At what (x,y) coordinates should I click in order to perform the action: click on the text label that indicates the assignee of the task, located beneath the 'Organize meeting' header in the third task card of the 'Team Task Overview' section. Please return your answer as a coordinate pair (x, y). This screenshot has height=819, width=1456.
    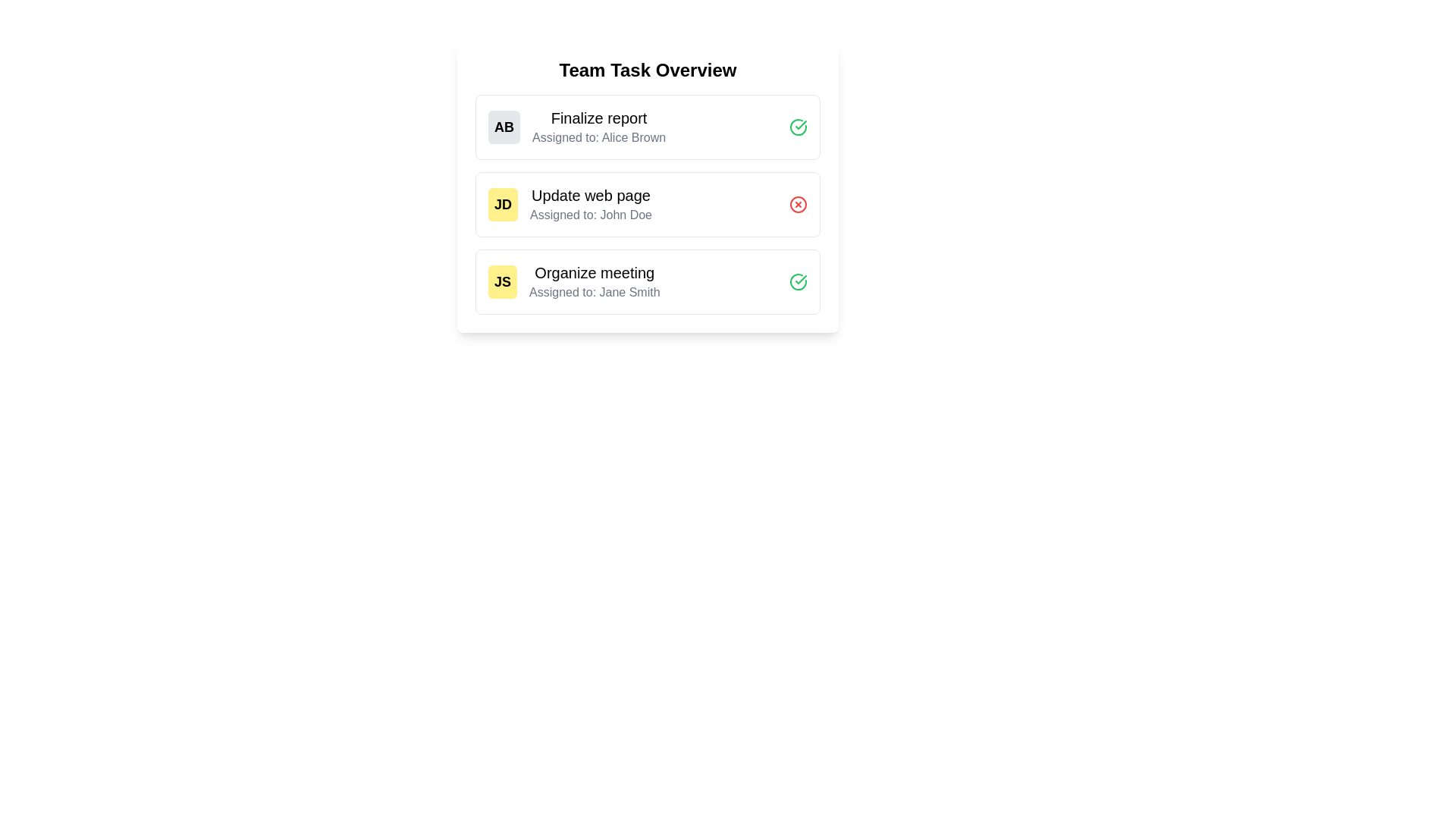
    Looking at the image, I should click on (594, 292).